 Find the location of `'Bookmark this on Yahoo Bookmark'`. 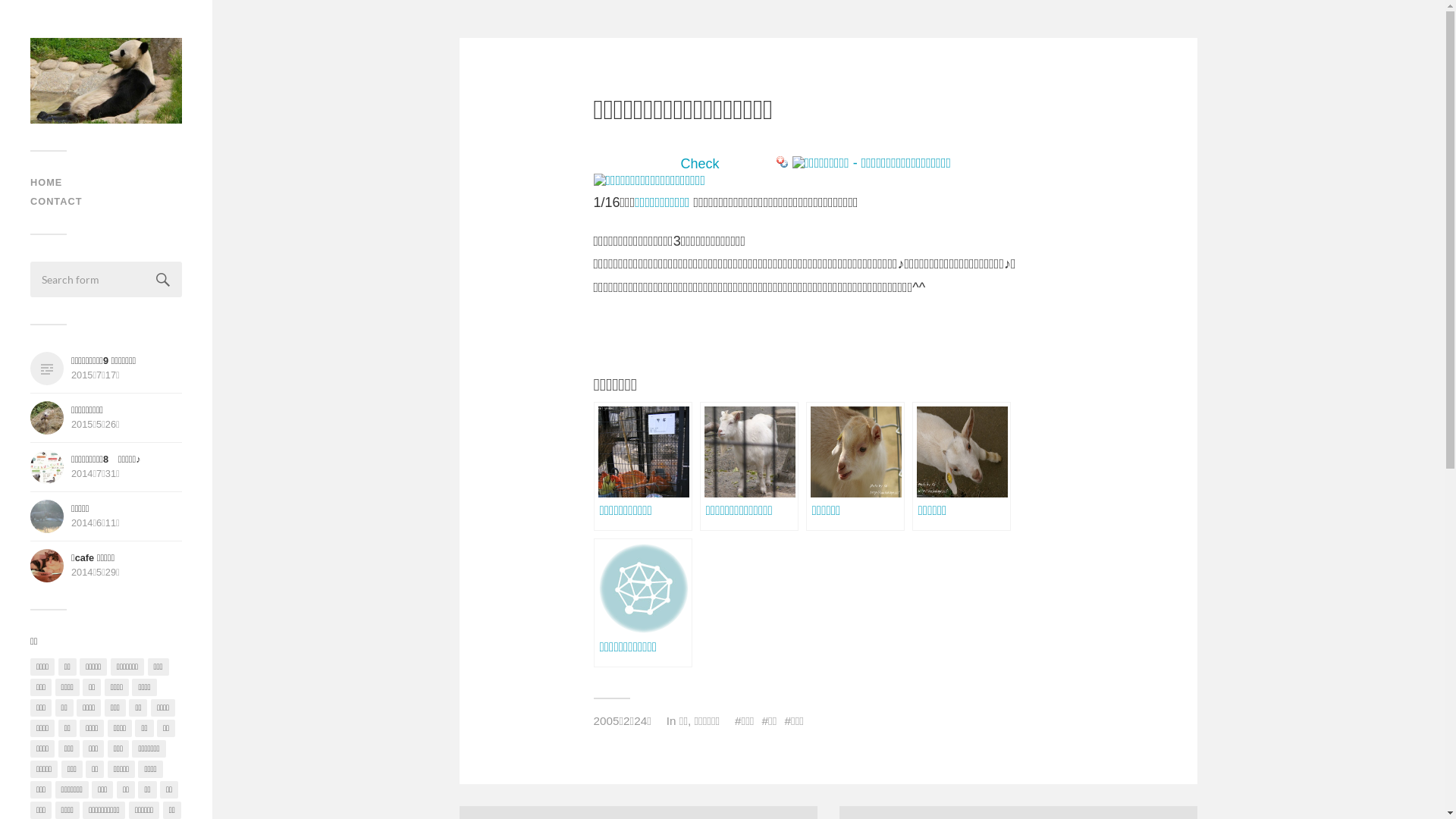

'Bookmark this on Yahoo Bookmark' is located at coordinates (783, 164).